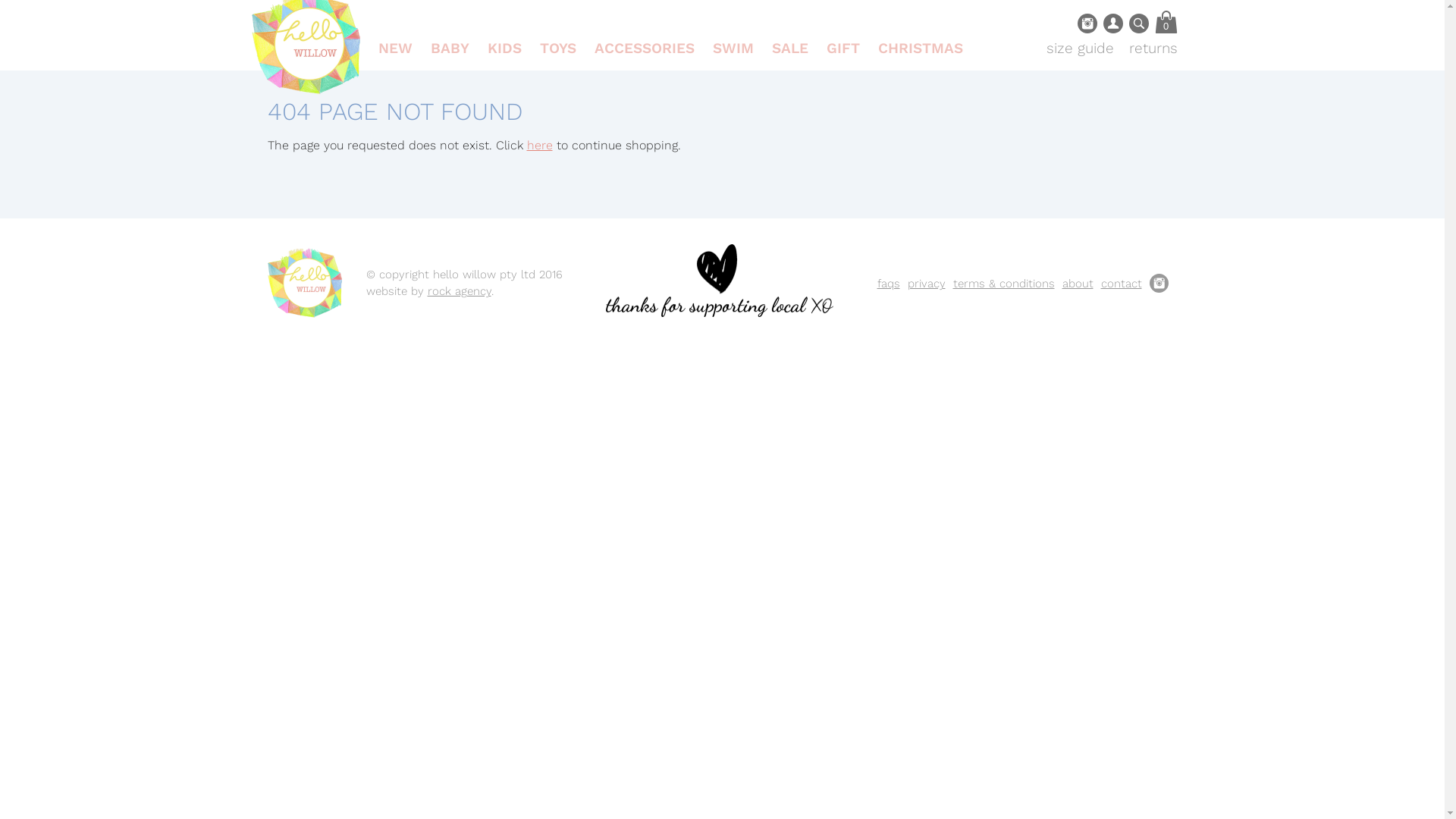 This screenshot has height=819, width=1456. Describe the element at coordinates (733, 48) in the screenshot. I see `'SWIM'` at that location.